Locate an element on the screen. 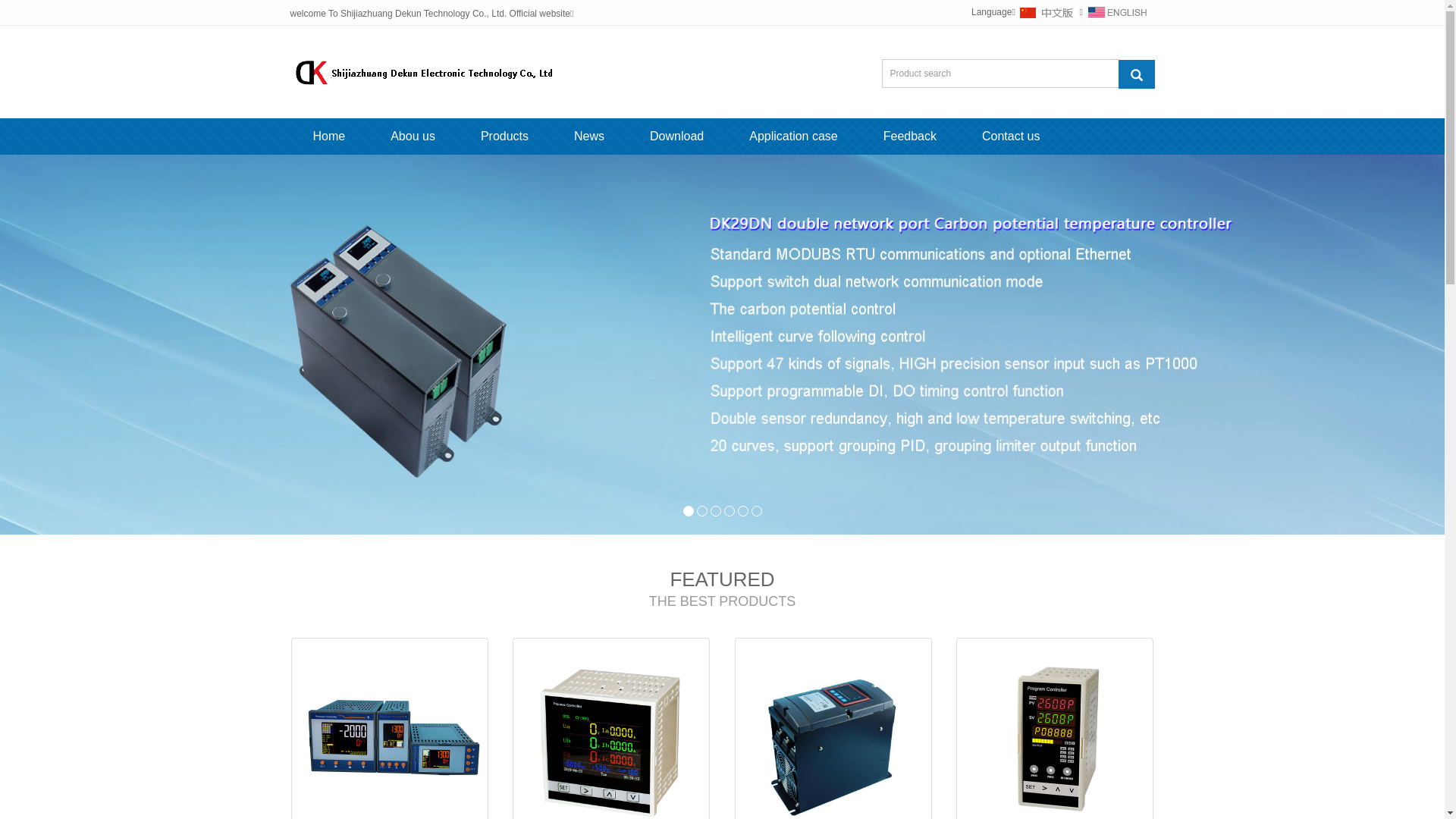 The width and height of the screenshot is (1456, 819). '4' is located at coordinates (728, 511).